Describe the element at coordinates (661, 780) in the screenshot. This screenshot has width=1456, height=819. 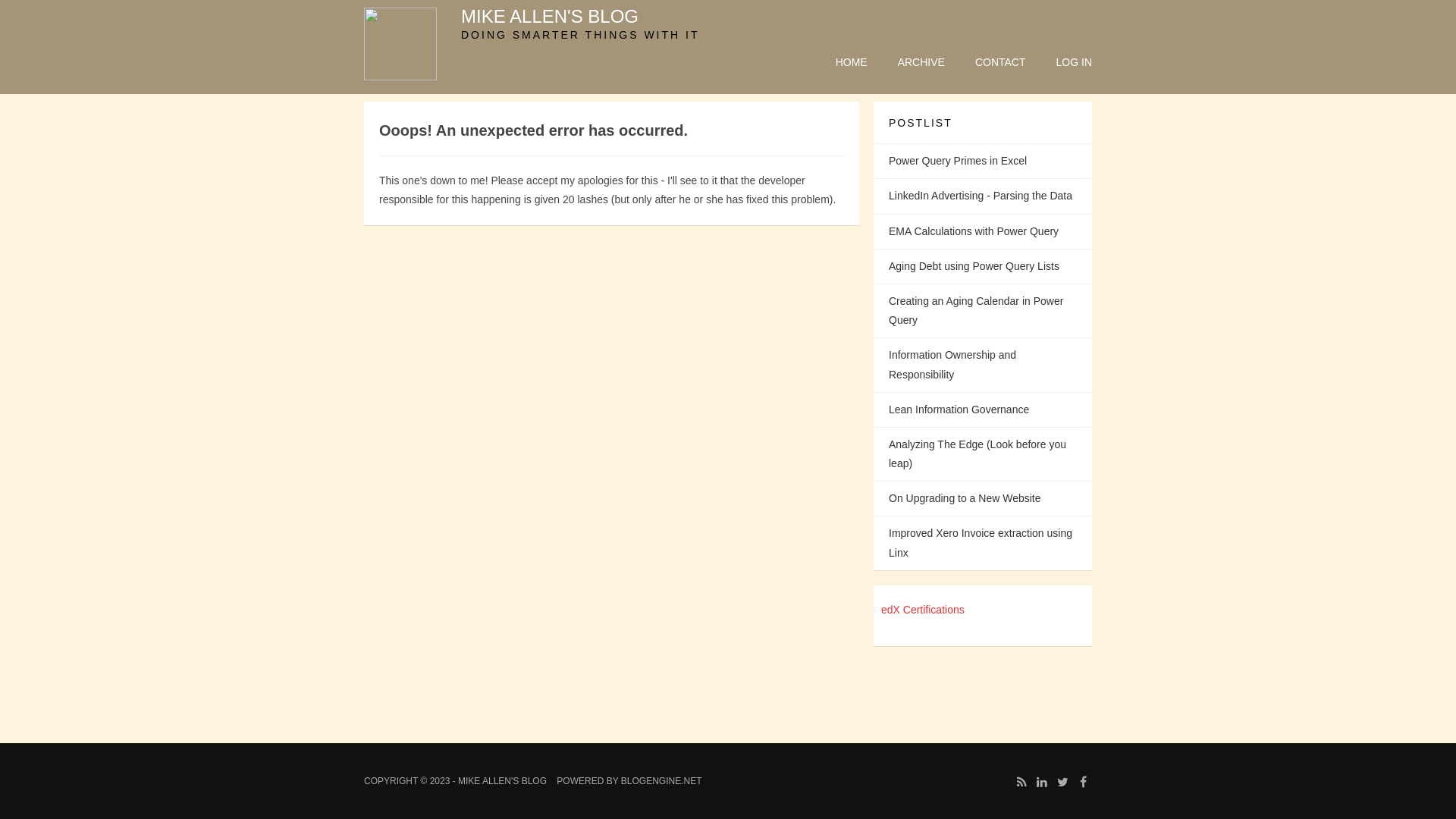
I see `'BLOGENGINE.NET'` at that location.